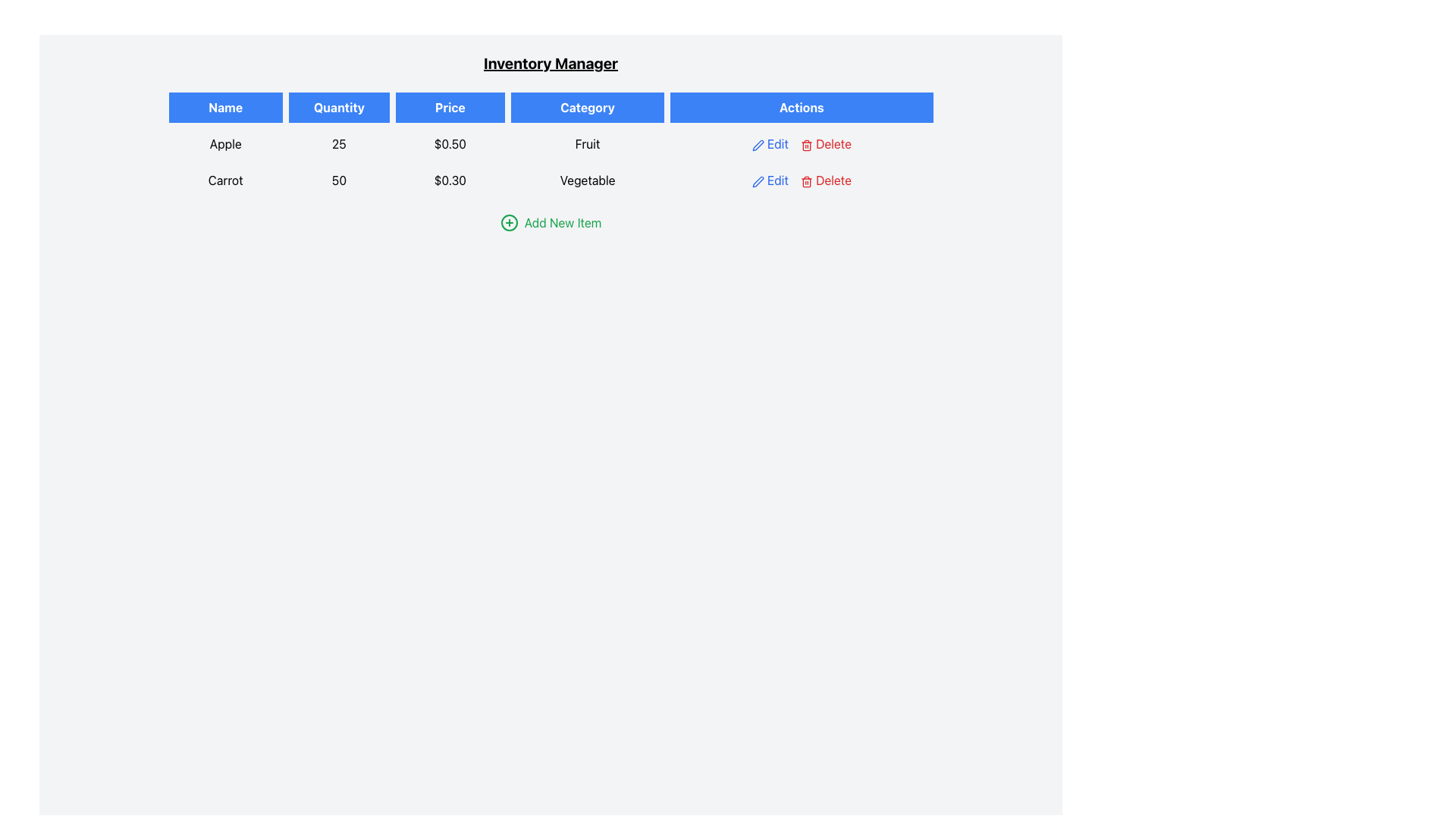 This screenshot has width=1456, height=819. I want to click on the 'Delete' button in the Actions column of the first row, so click(800, 143).